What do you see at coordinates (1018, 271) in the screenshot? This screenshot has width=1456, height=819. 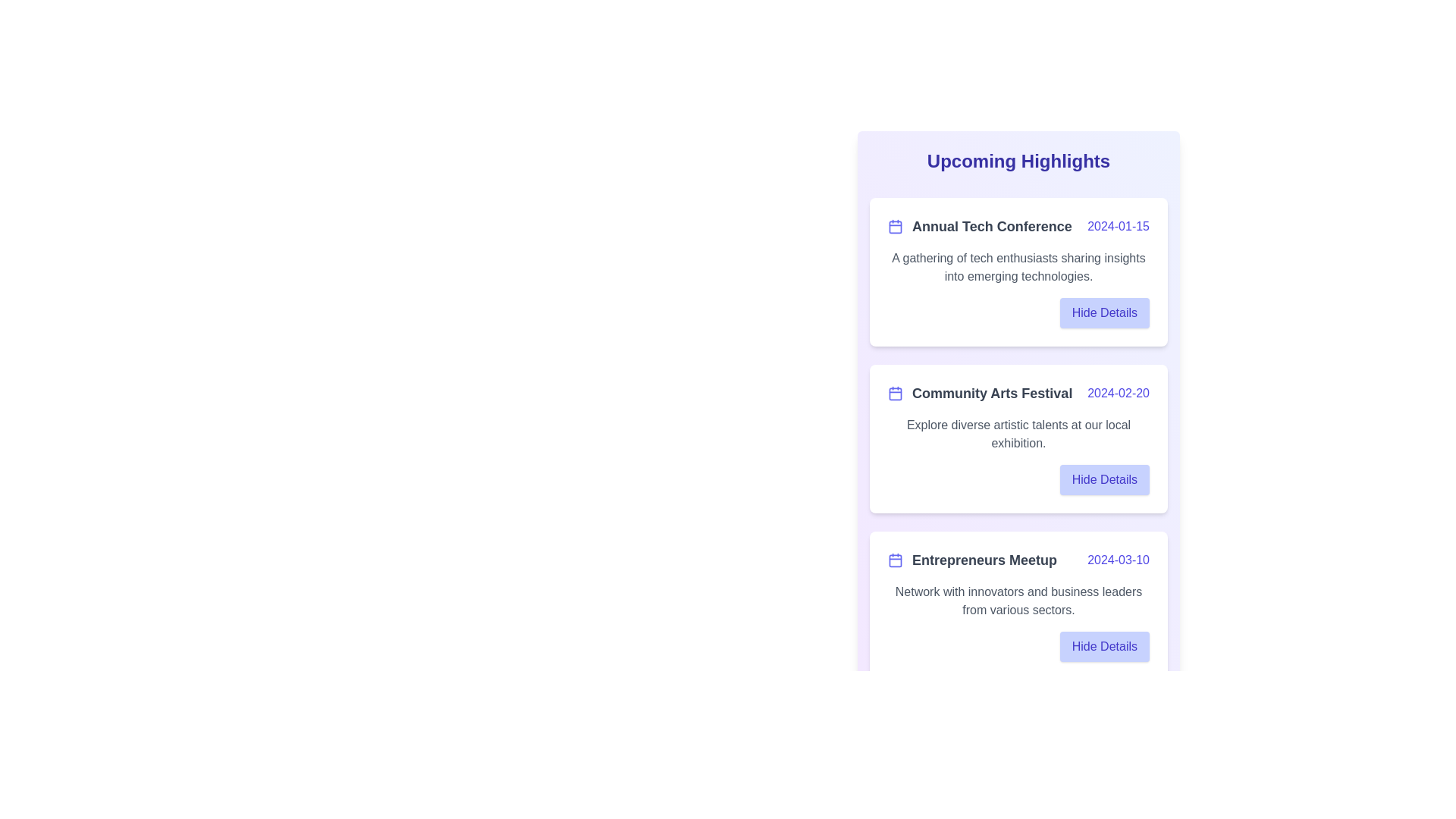 I see `the event list item corresponding to Annual Tech Conference` at bounding box center [1018, 271].